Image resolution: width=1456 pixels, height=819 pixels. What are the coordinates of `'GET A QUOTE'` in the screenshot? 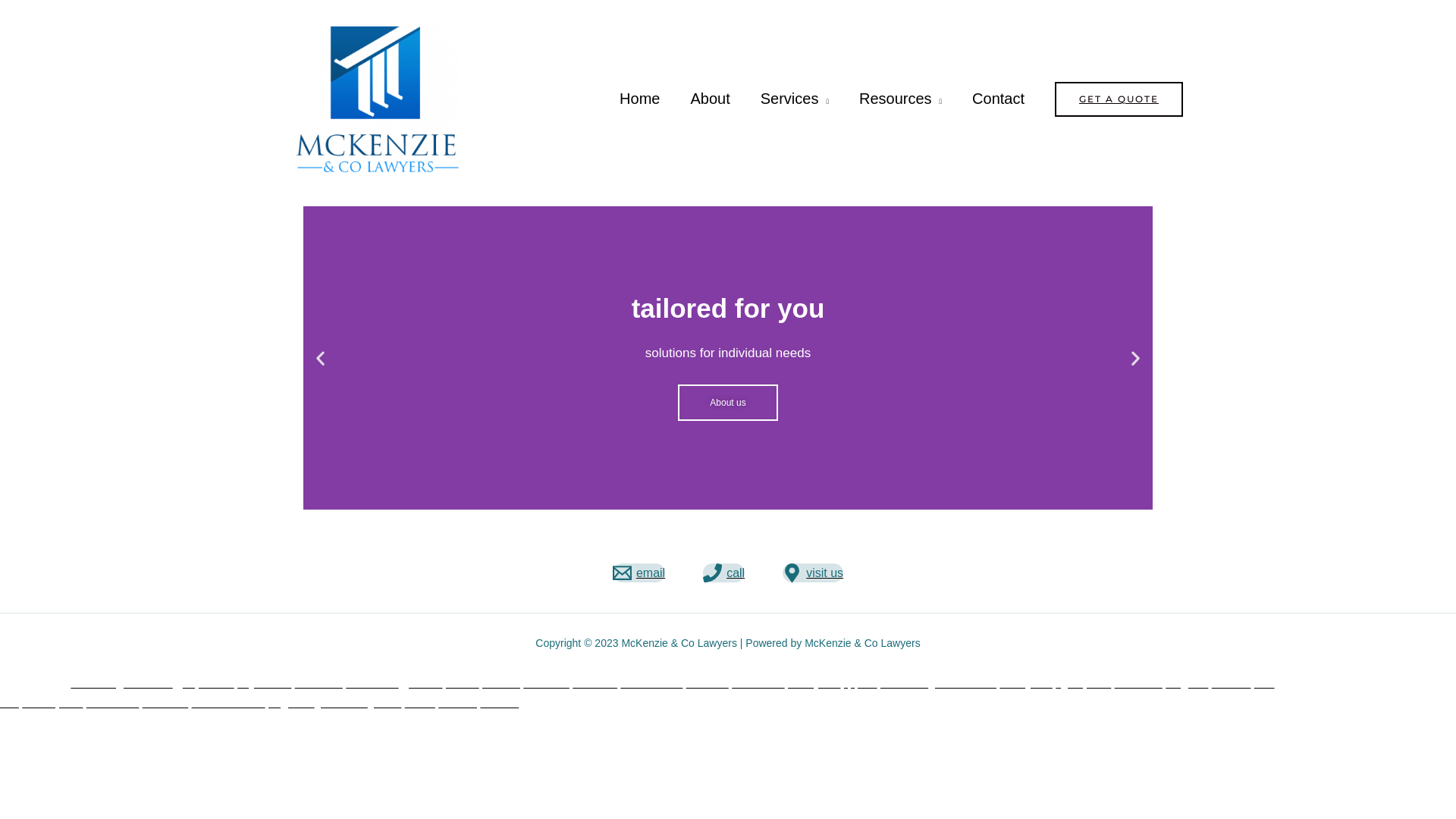 It's located at (1119, 99).